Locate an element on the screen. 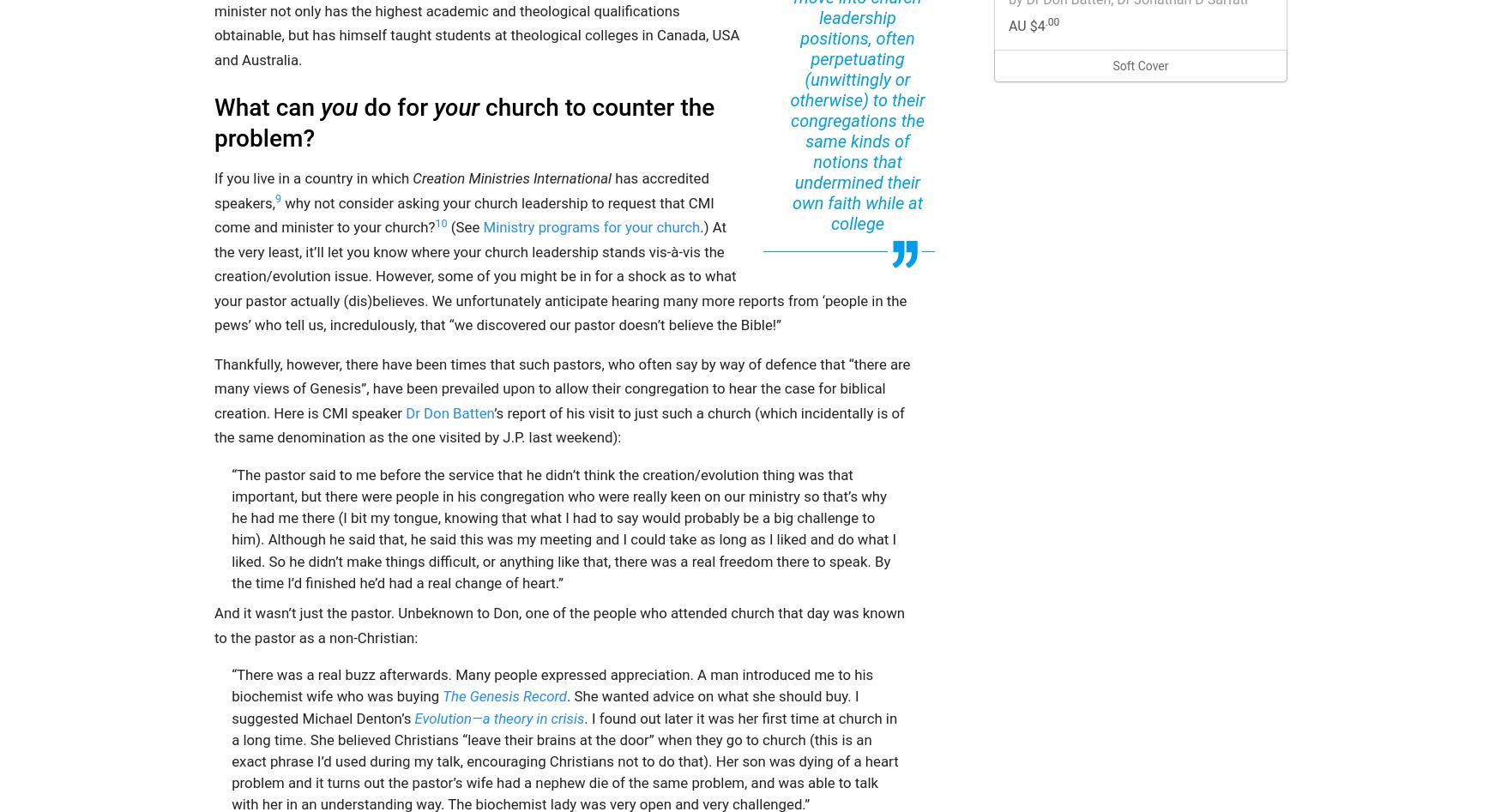 This screenshot has width=1501, height=812. 'church to counter the problem?' is located at coordinates (463, 122).